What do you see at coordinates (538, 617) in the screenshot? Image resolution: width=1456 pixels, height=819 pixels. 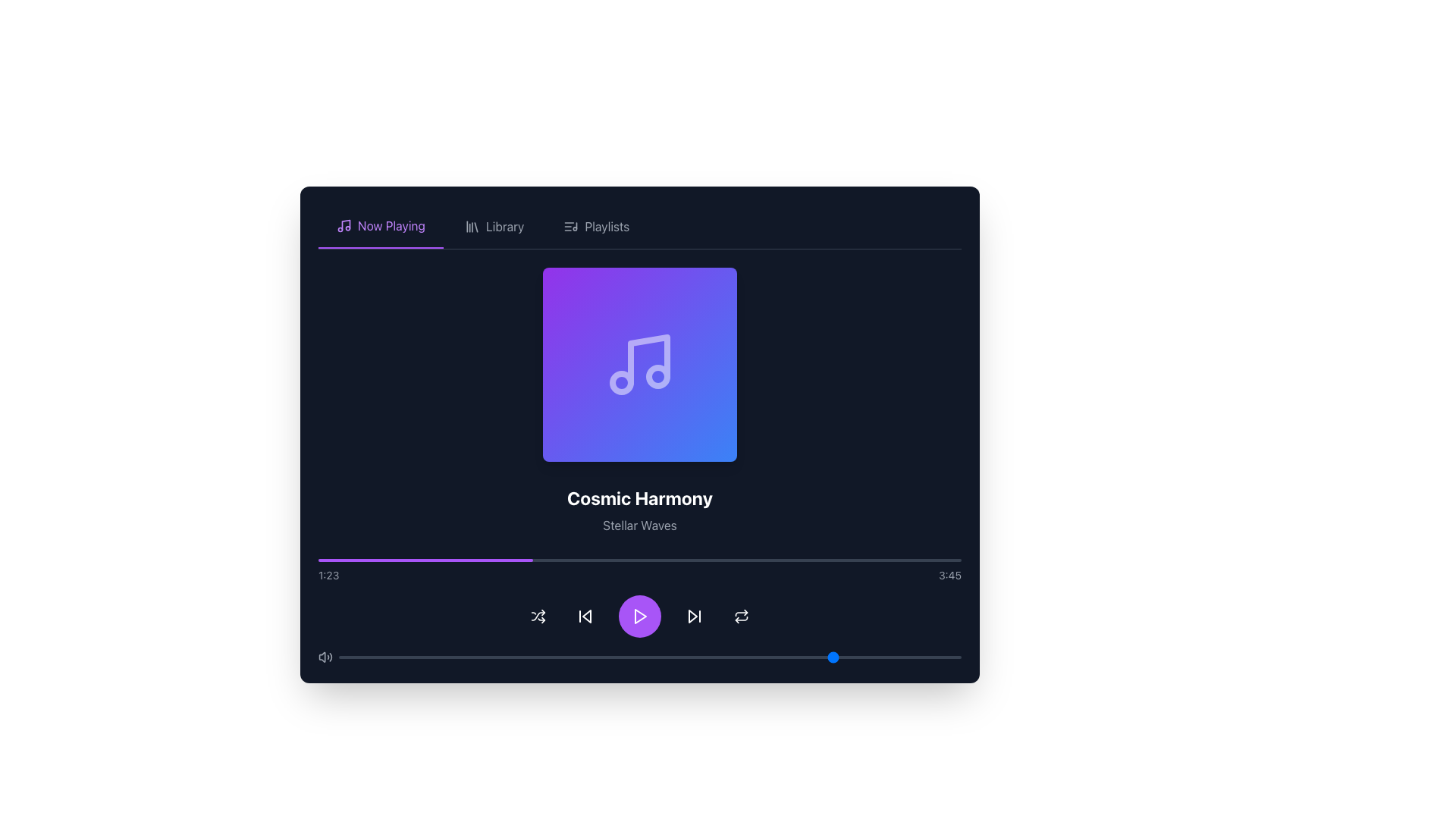 I see `the shuffle button, which is represented by two arrows crossing over, outlined in white against a dark background` at bounding box center [538, 617].